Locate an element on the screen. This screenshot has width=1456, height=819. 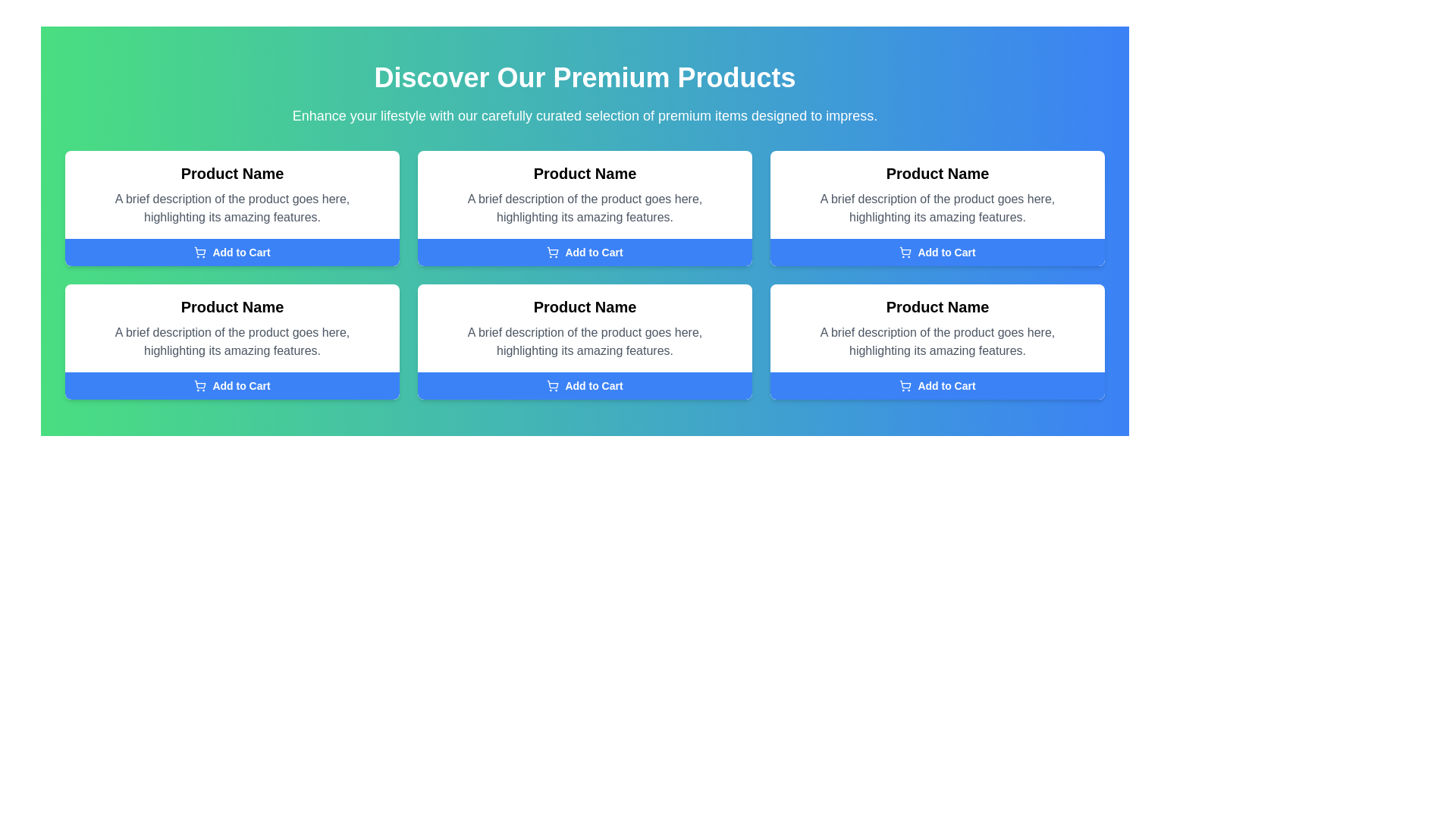
the shopping cart icon located within the blue 'Add to Cart' button in the fourth product display on the bottom row of the grid of product offerings is located at coordinates (905, 384).